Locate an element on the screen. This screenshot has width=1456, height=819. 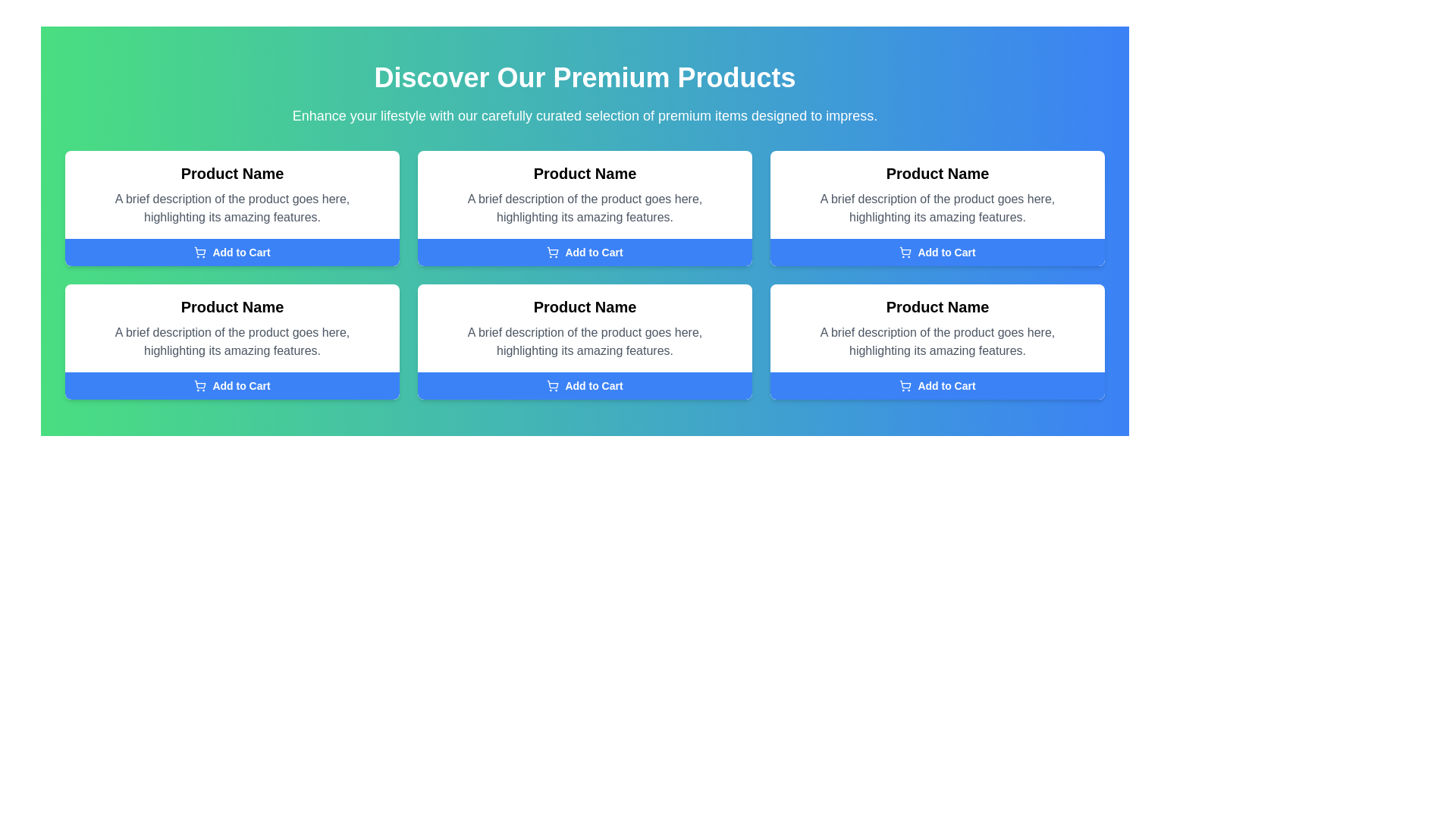
the shopping cart icon located within the blue 'Add to Cart' button in the fourth product display on the bottom row of the grid of product offerings is located at coordinates (905, 384).